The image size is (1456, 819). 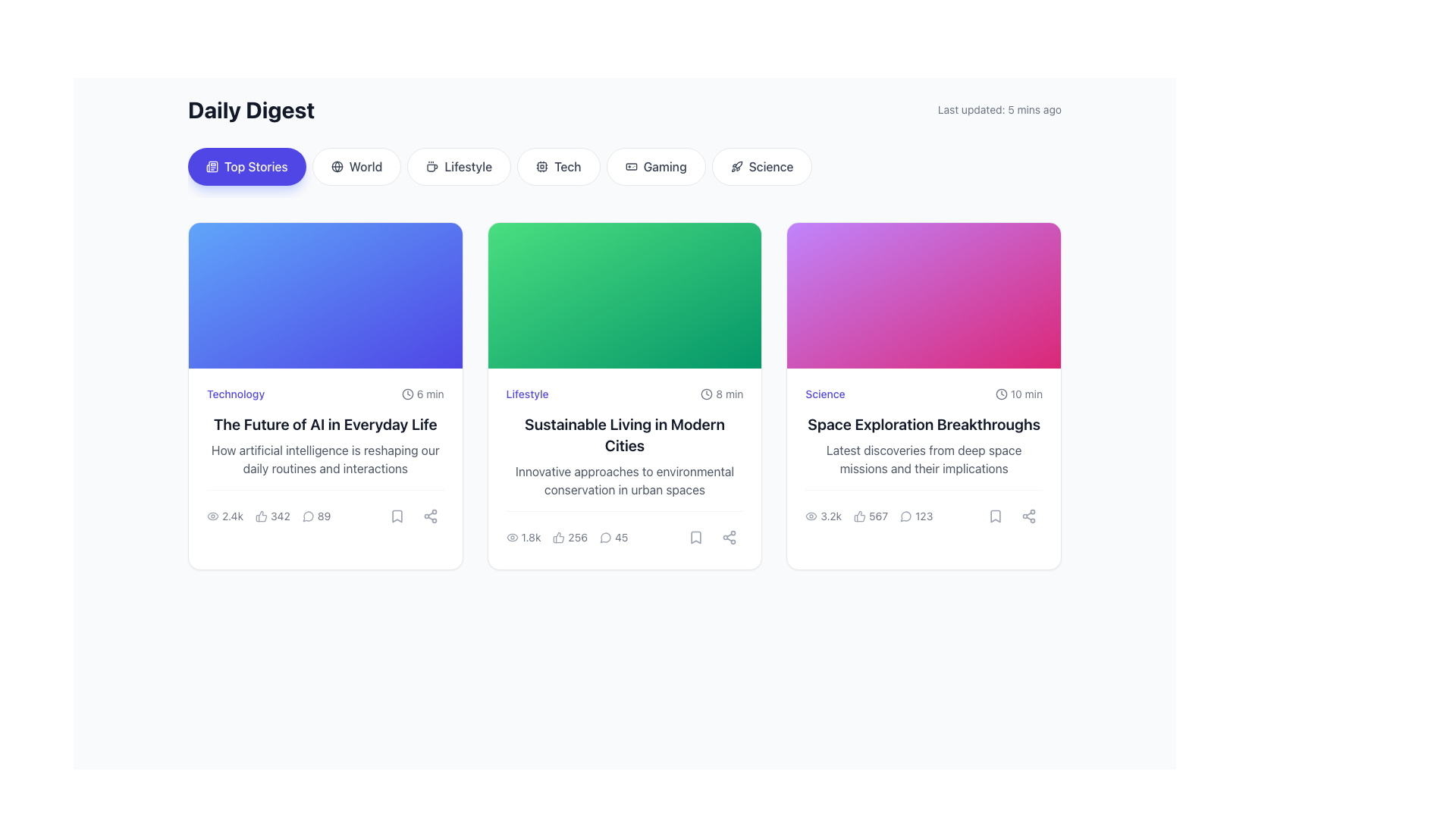 I want to click on the text and icon pair displaying the numerical value '256' with a thumbs-up icon, located in the second column below the card titled 'Sustainable Living in Modern Cities.', so click(x=570, y=537).